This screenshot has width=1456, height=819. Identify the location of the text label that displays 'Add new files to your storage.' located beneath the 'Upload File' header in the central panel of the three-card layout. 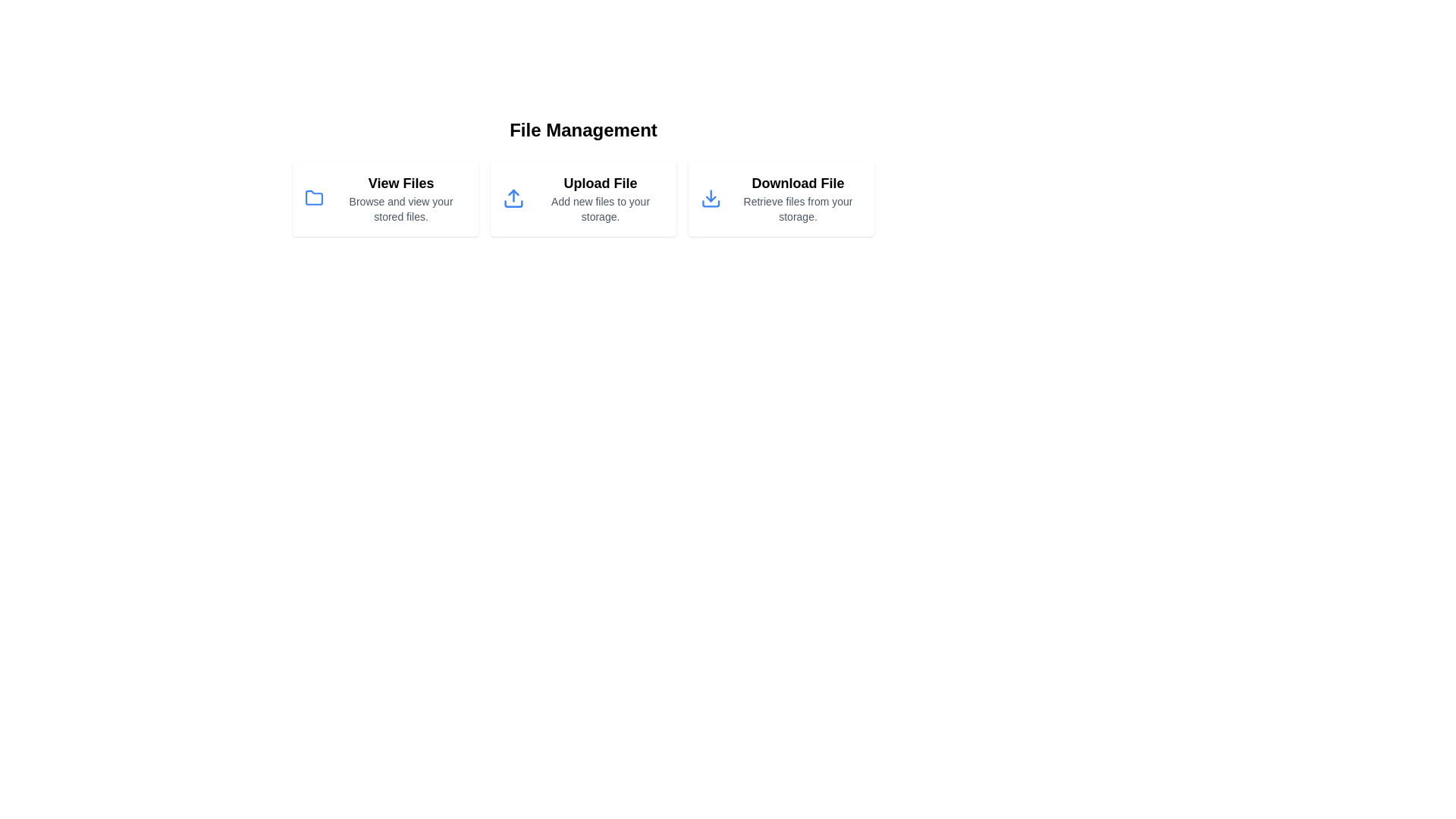
(600, 209).